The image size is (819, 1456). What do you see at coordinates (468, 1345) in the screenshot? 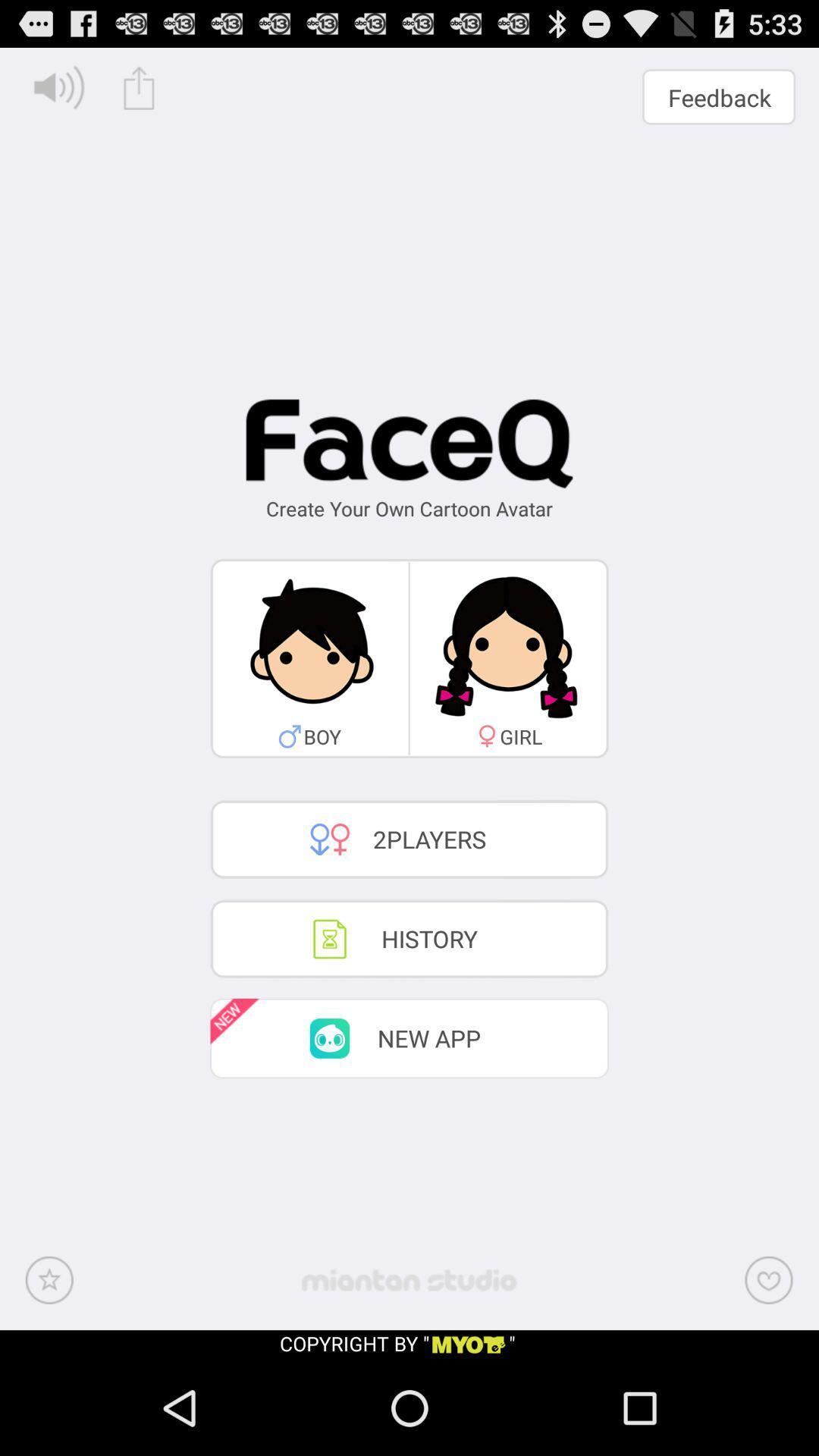
I see `the logo which is just beside the text copyright by` at bounding box center [468, 1345].